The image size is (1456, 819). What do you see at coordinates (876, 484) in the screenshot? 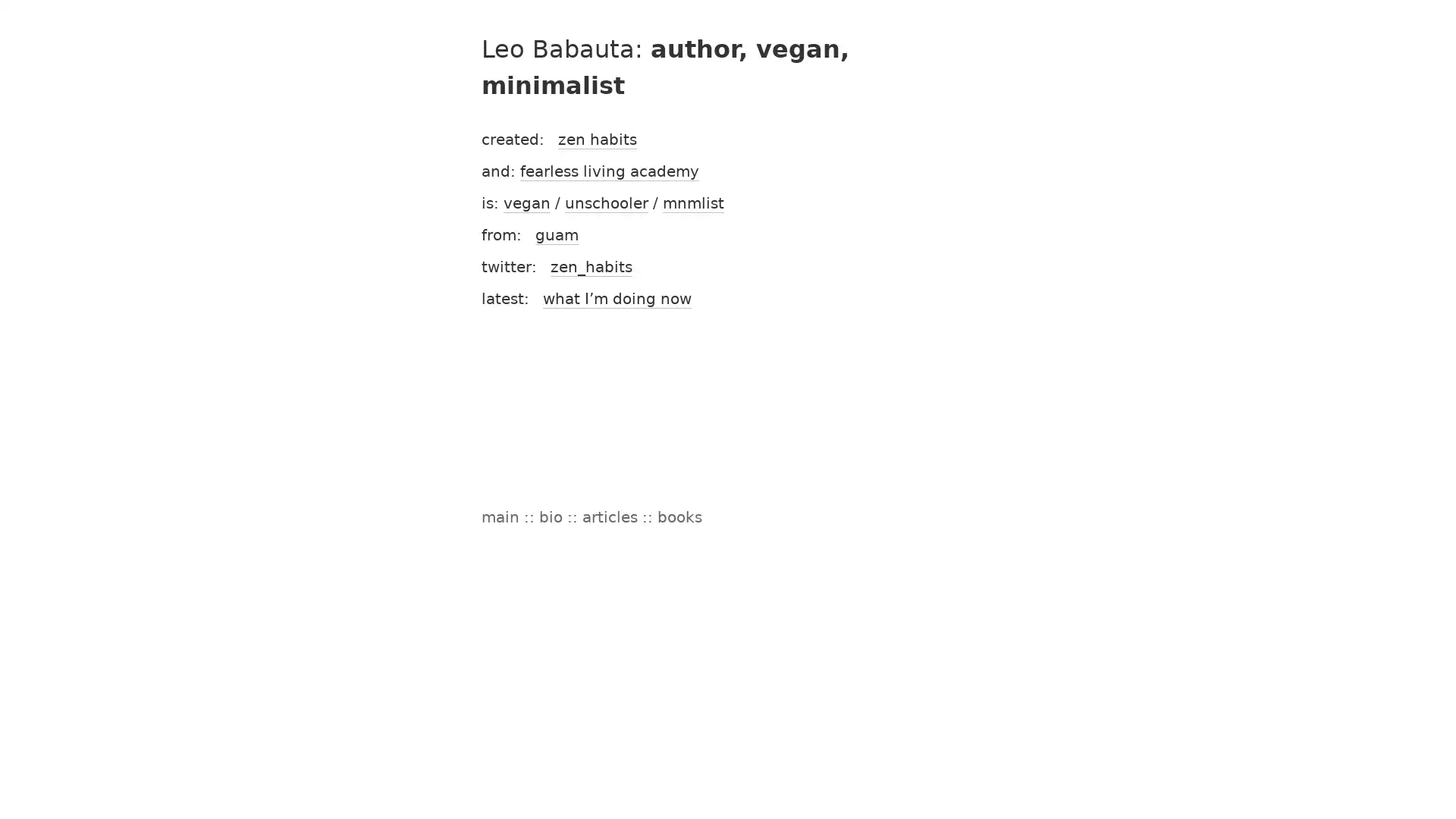
I see `Get Updates` at bounding box center [876, 484].